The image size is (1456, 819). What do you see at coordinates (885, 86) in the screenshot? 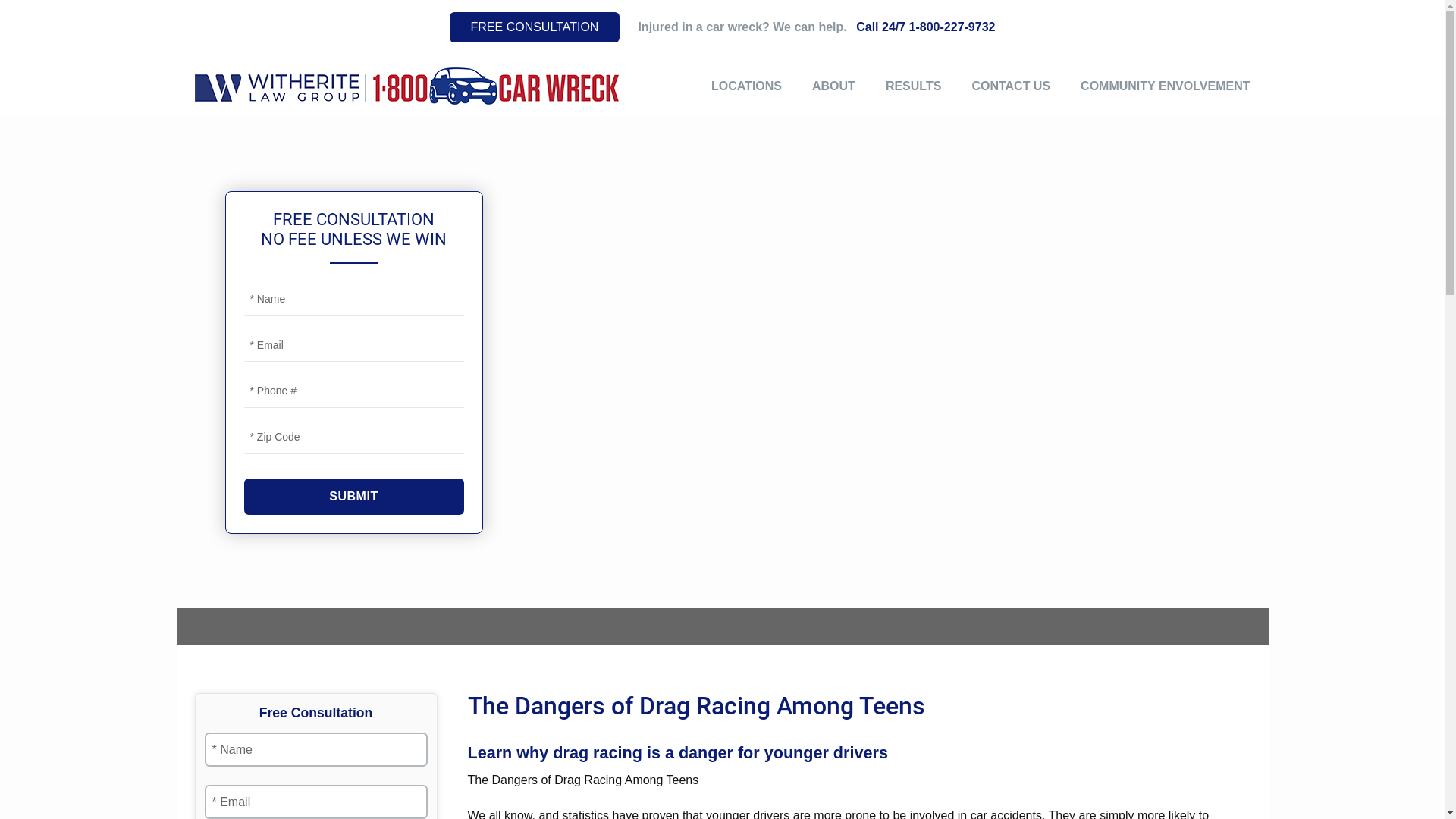
I see `'RESULTS'` at bounding box center [885, 86].